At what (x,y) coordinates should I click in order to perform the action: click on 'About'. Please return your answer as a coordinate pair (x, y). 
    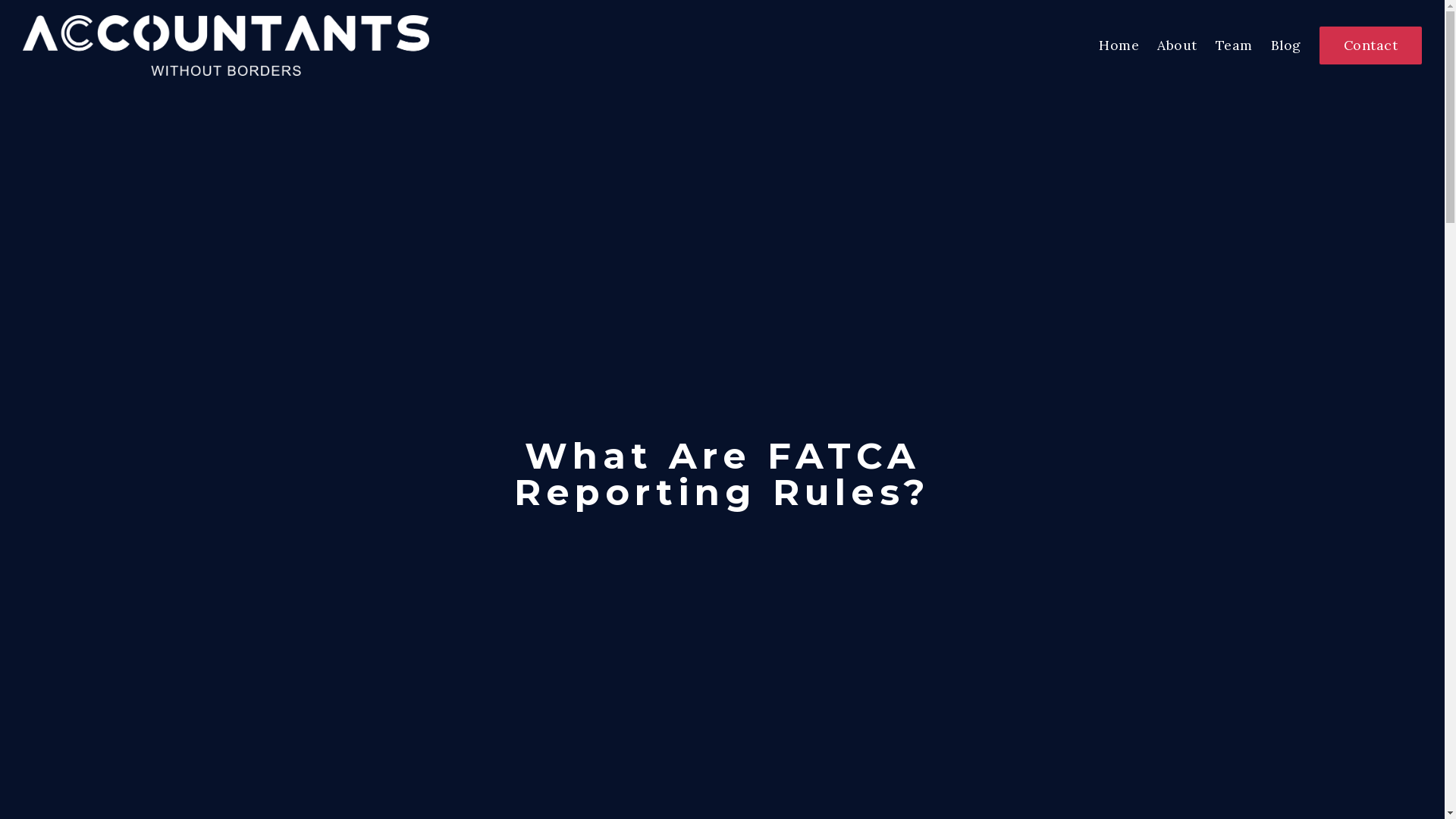
    Looking at the image, I should click on (1176, 44).